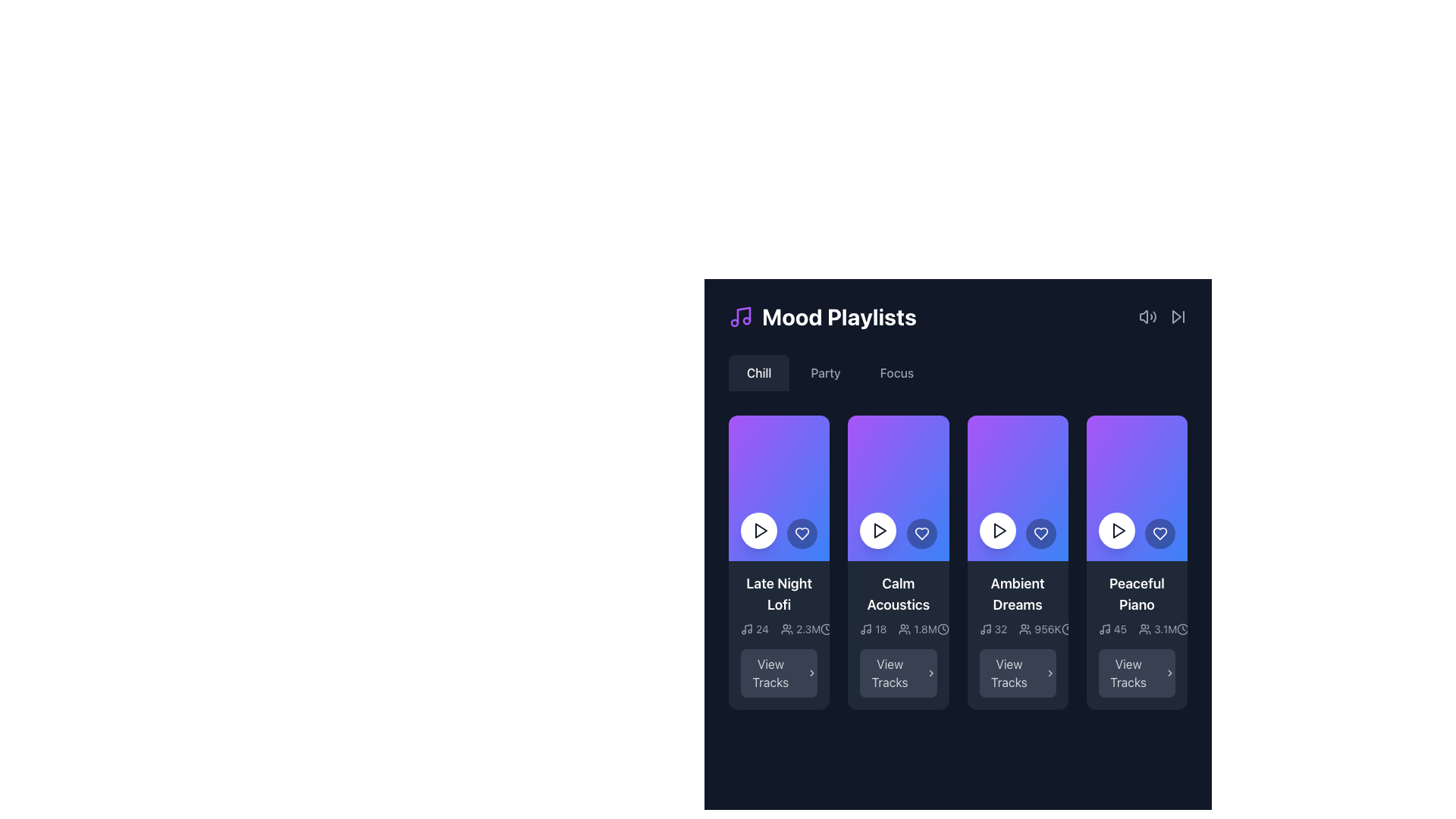  What do you see at coordinates (898, 488) in the screenshot?
I see `the visual banner of the 'Calm Acoustics' playlist card, which is located in the second column of the playlist grid` at bounding box center [898, 488].